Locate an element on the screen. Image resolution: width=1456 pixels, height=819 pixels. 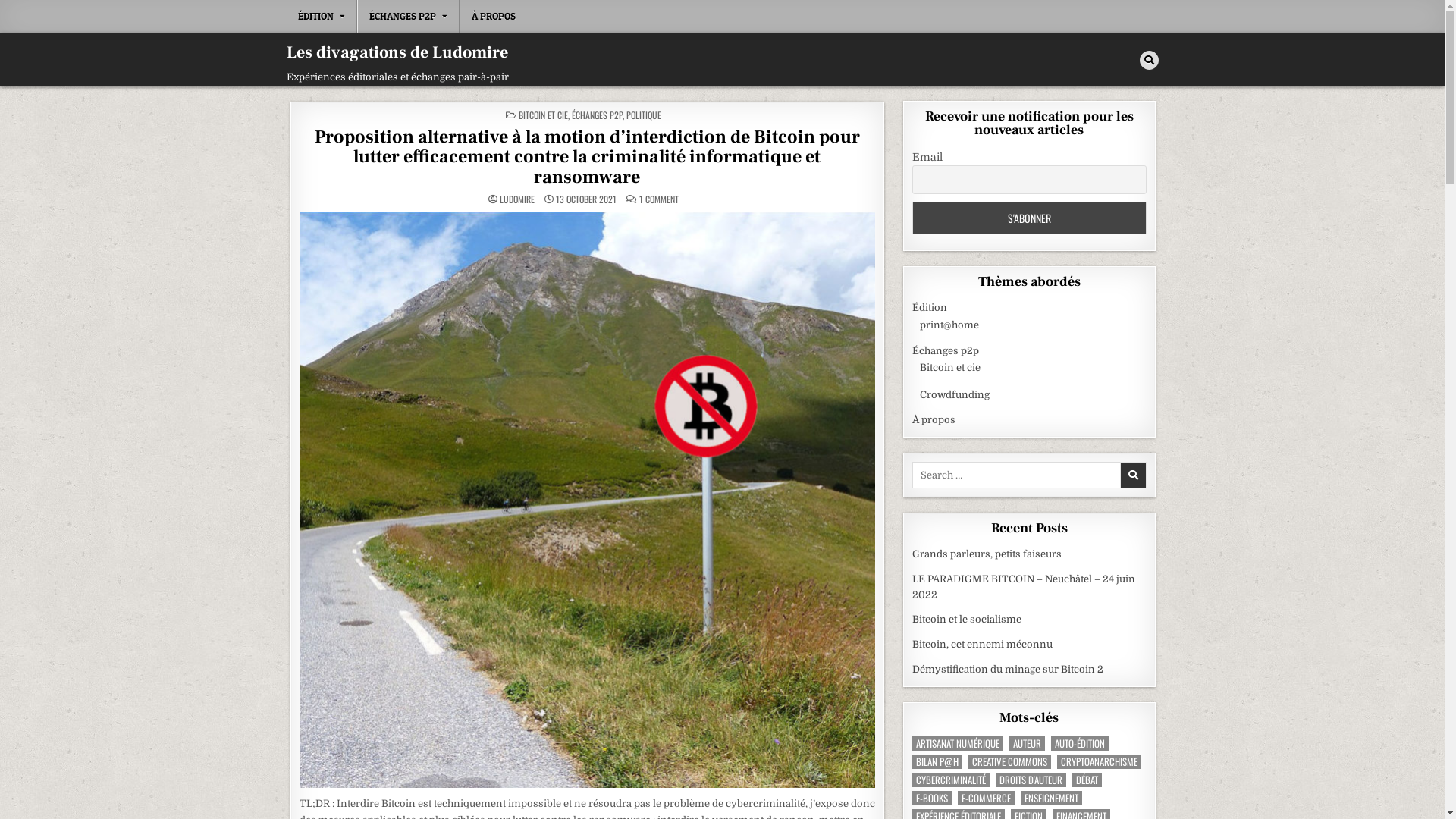
'CREATIVE COMMONS' is located at coordinates (1009, 761).